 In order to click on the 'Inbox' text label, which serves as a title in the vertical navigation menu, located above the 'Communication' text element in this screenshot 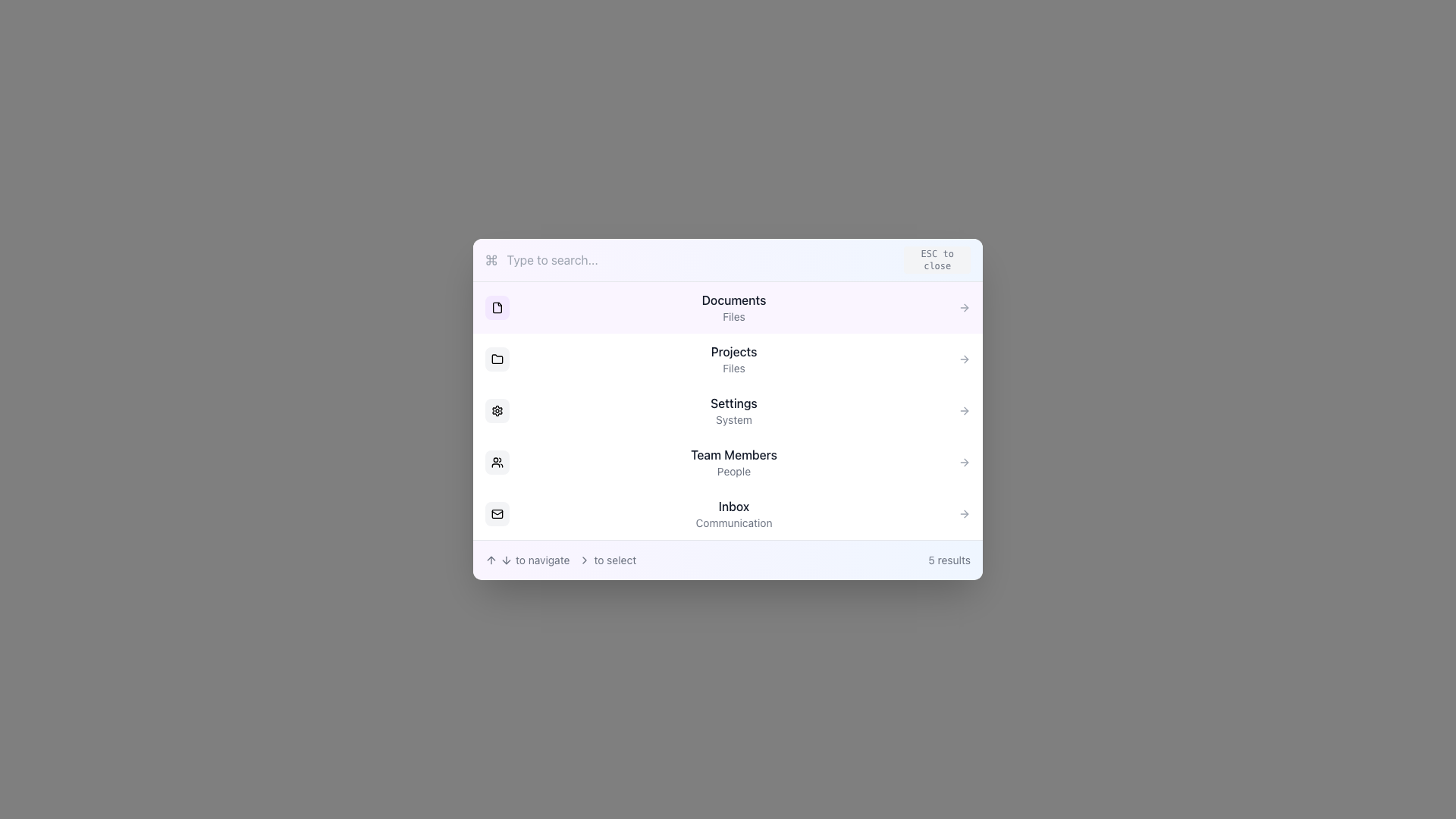, I will do `click(734, 506)`.